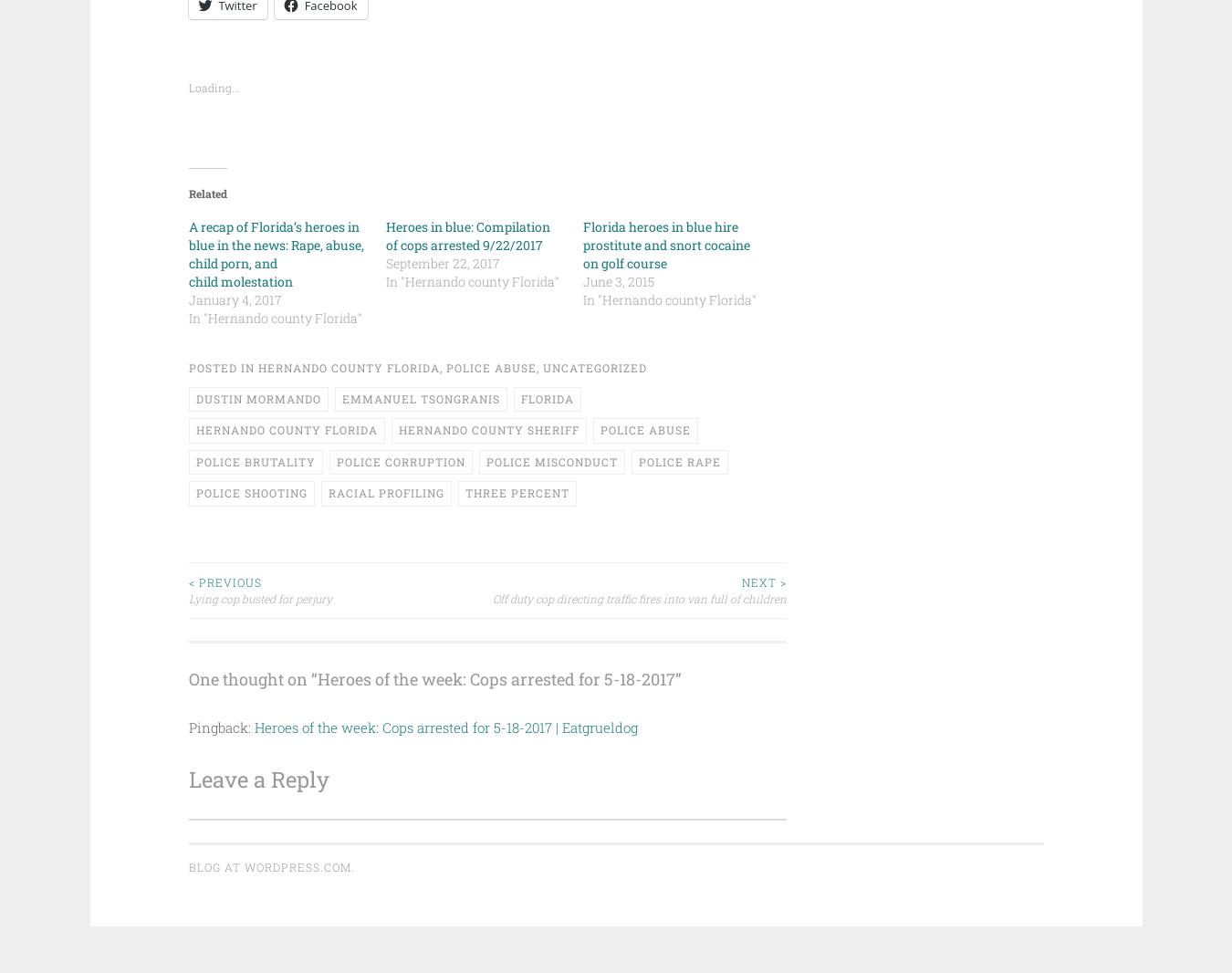 This screenshot has width=1232, height=973. I want to click on 'Heroes of the week: Cops arrested for 5-18-2017 | Eatgrueldog', so click(444, 725).